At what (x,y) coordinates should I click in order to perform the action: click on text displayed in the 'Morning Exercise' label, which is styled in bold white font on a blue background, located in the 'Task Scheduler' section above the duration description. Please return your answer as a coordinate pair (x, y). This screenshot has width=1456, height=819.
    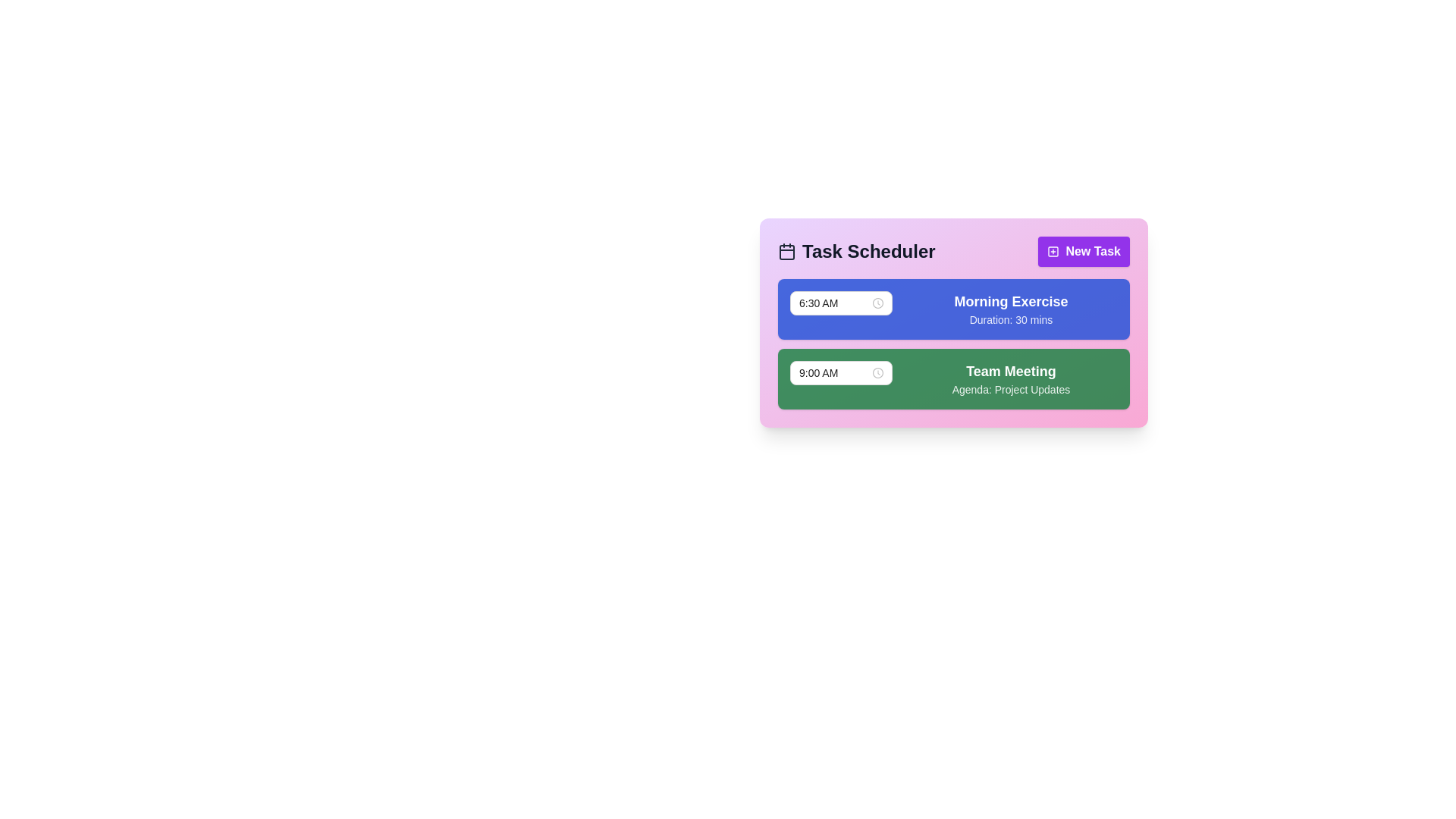
    Looking at the image, I should click on (1011, 301).